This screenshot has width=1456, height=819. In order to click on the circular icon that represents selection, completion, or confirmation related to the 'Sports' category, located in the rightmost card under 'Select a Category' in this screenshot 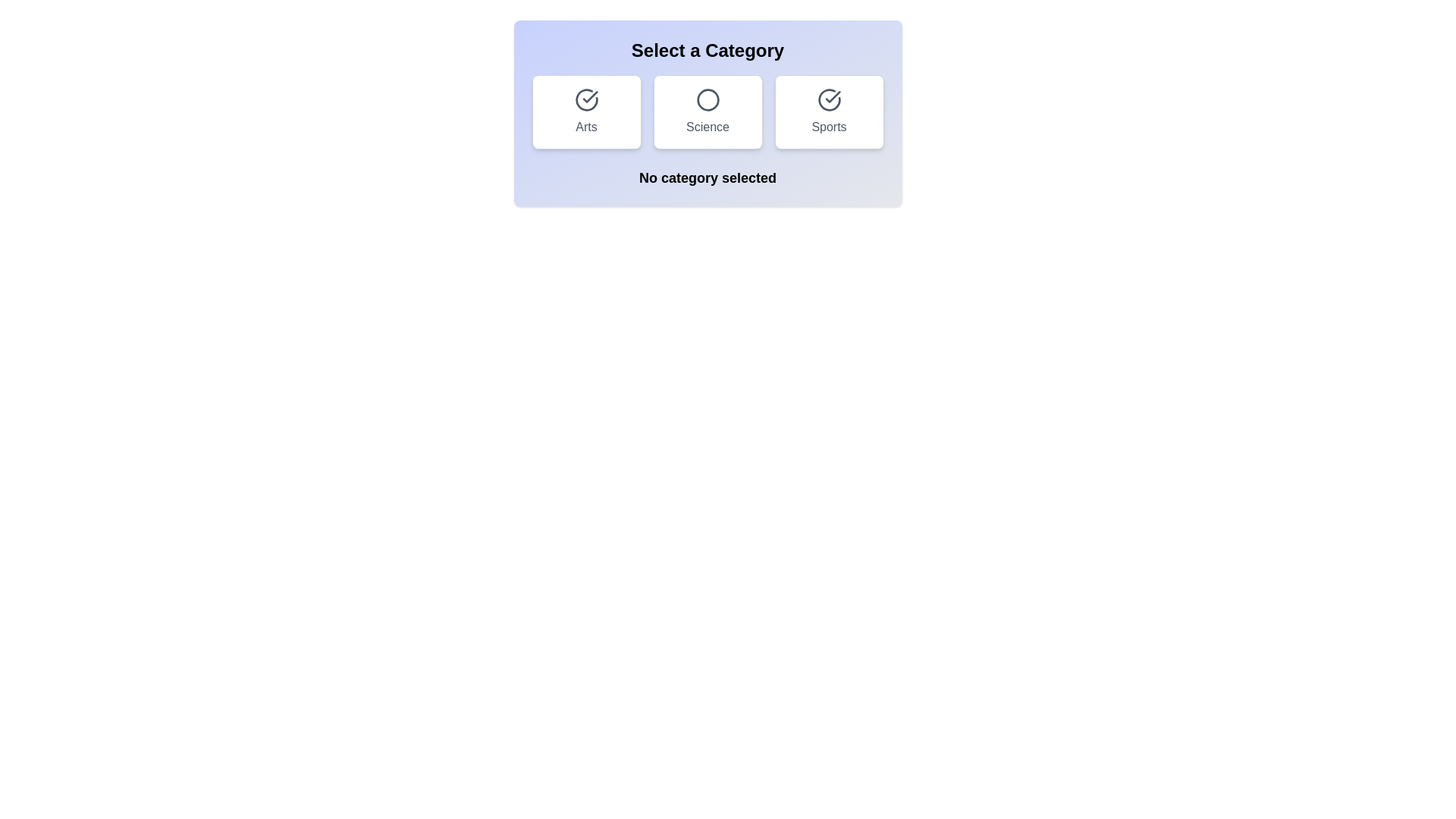, I will do `click(589, 96)`.